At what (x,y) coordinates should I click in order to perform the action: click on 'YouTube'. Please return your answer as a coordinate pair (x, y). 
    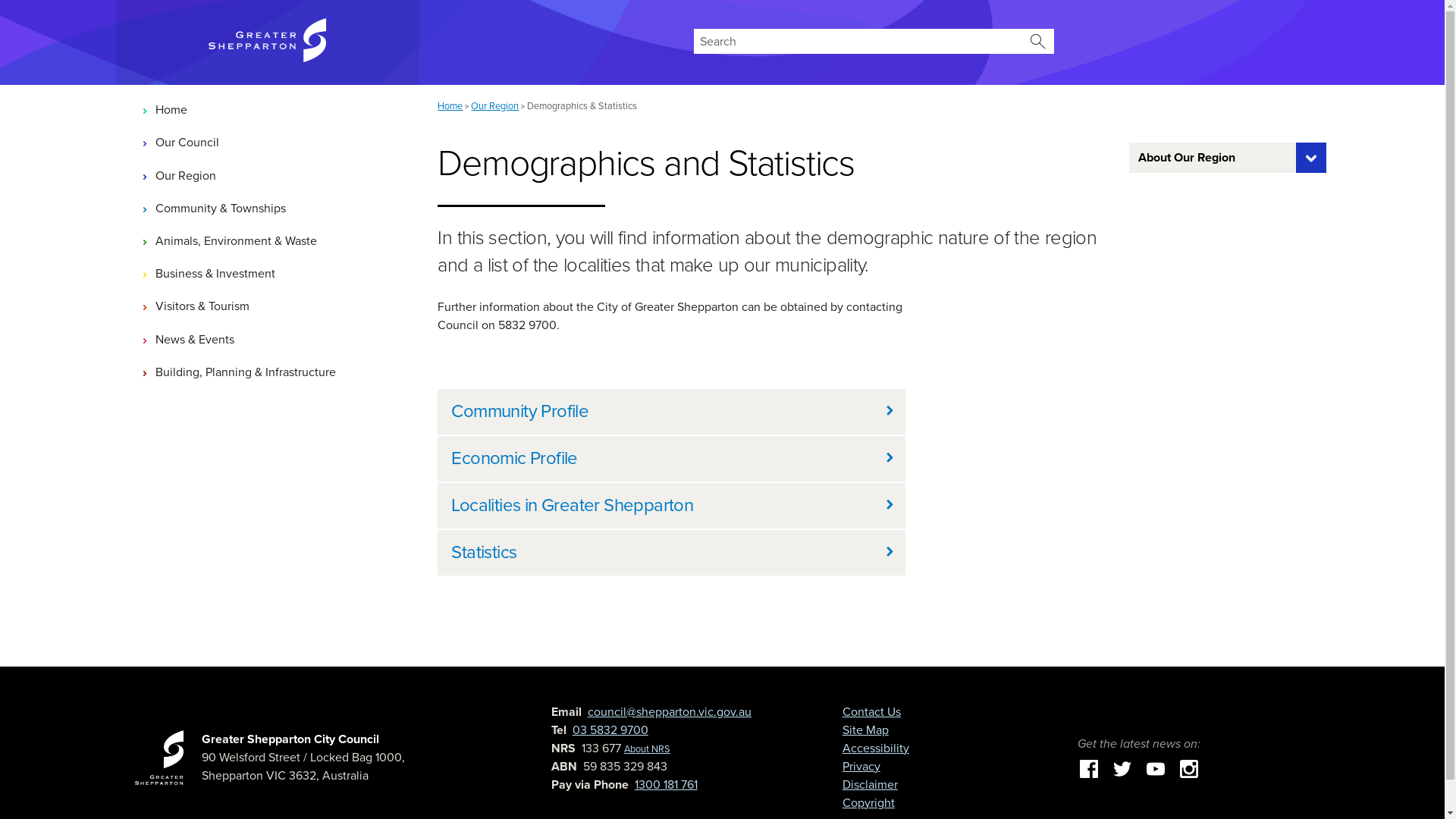
    Looking at the image, I should click on (1154, 768).